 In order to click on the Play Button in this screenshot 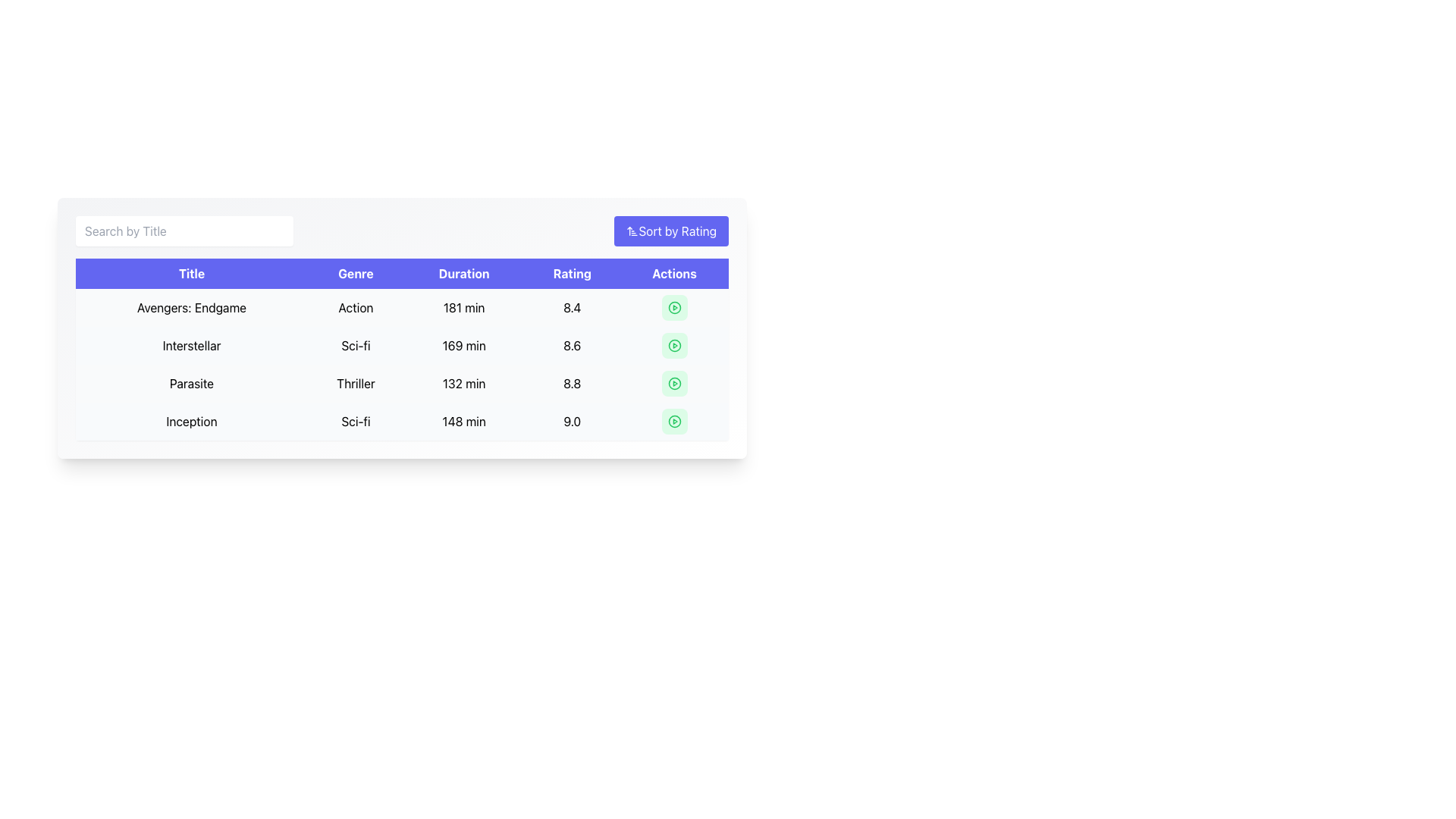, I will do `click(673, 345)`.